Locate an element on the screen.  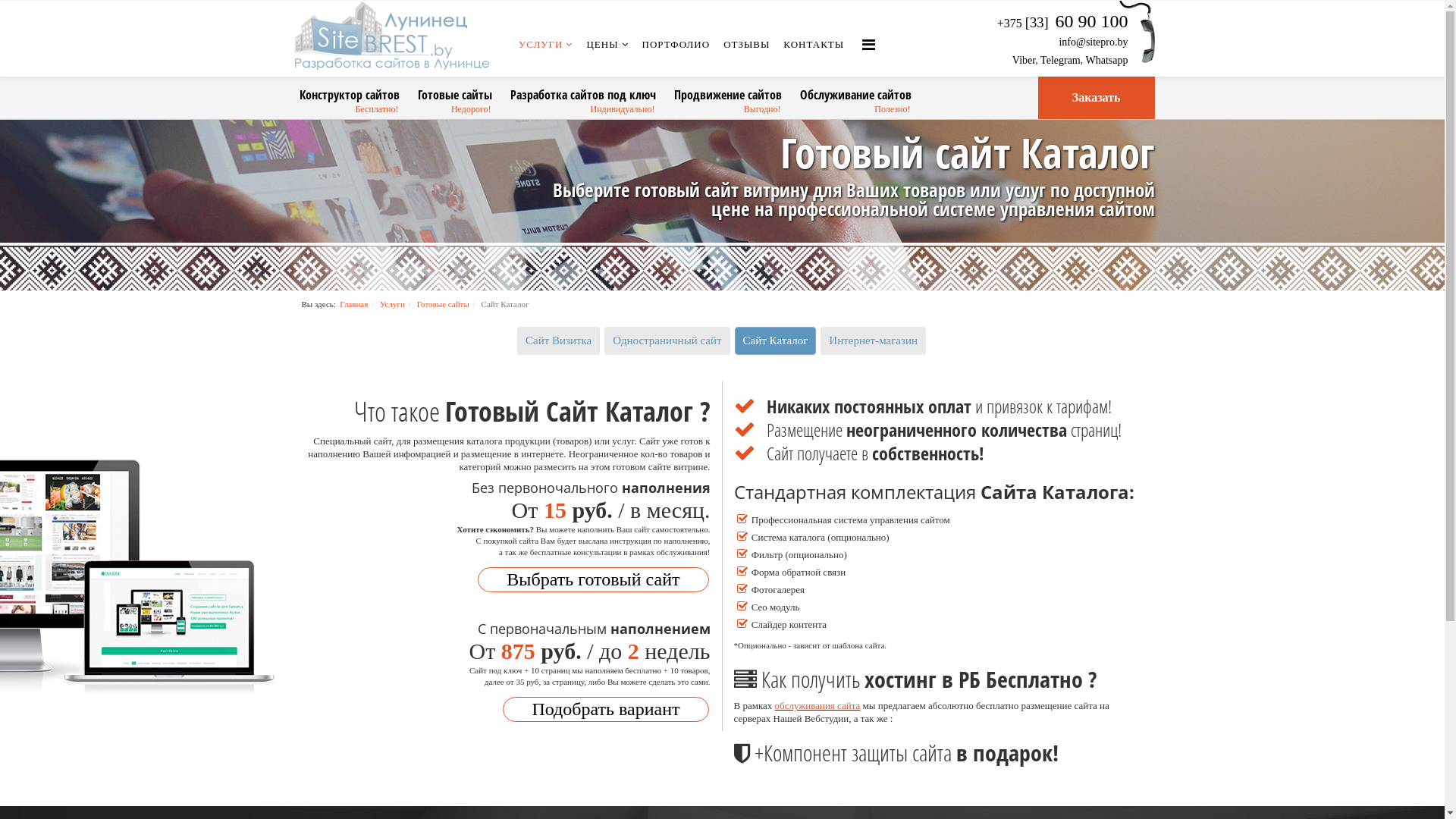
'info@sitepro.by' is located at coordinates (1093, 41).